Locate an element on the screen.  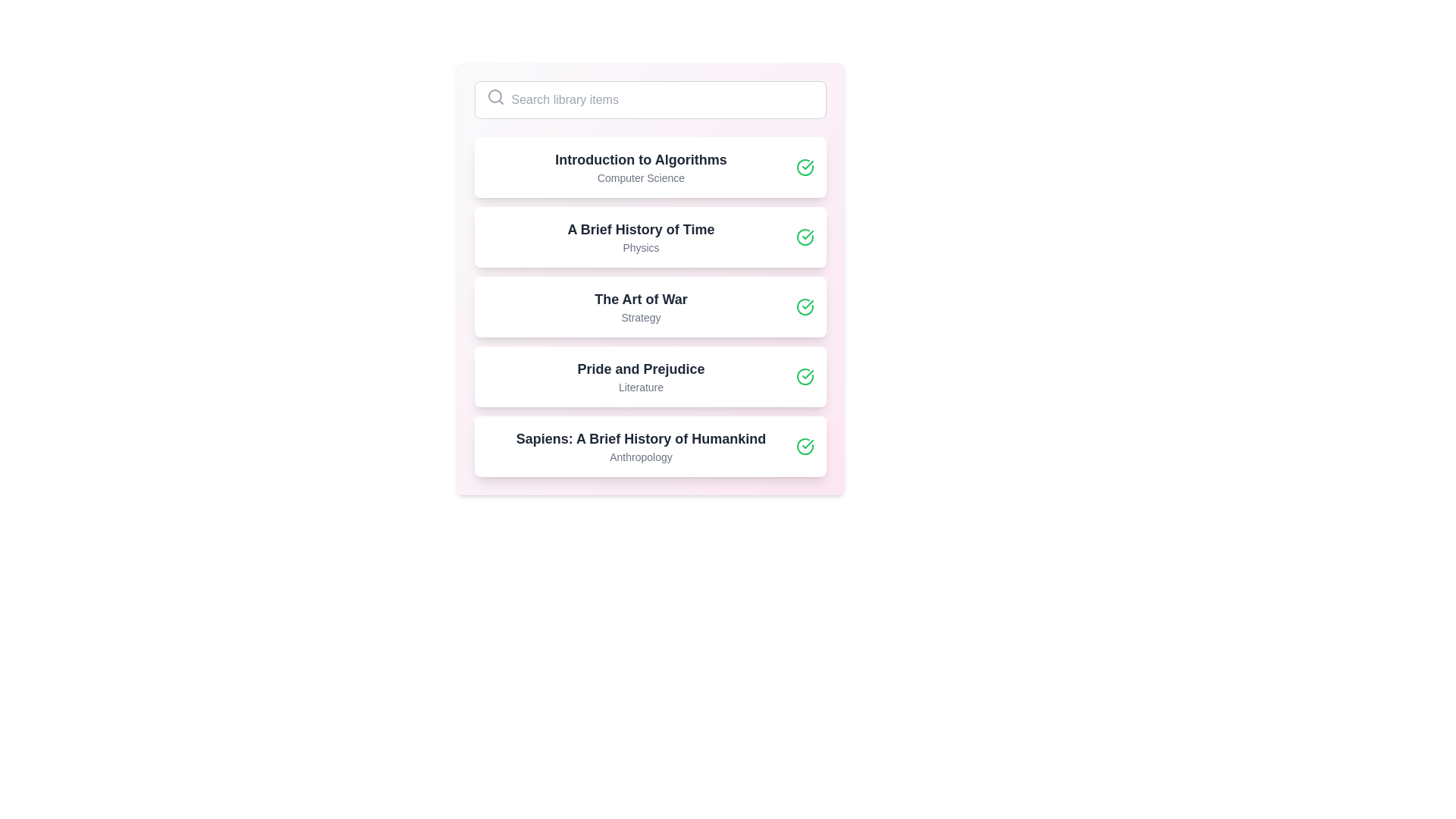
text from the Text label element titled 'Sapiens: A Brief History of Humankind' with the subtitle 'Anthropology', which is located at the bottommost position of the list view is located at coordinates (641, 446).